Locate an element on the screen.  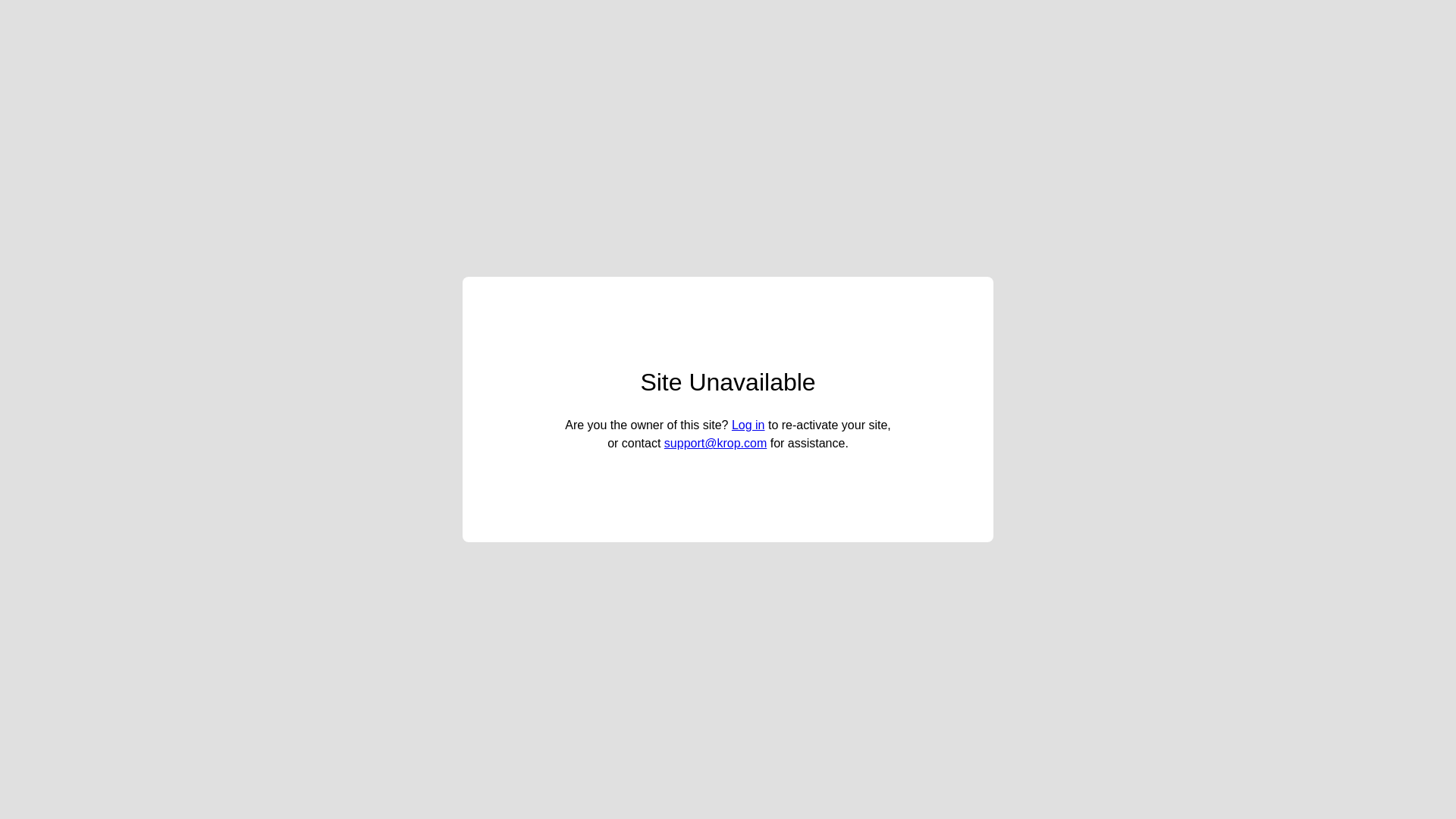
'Log in' is located at coordinates (748, 425).